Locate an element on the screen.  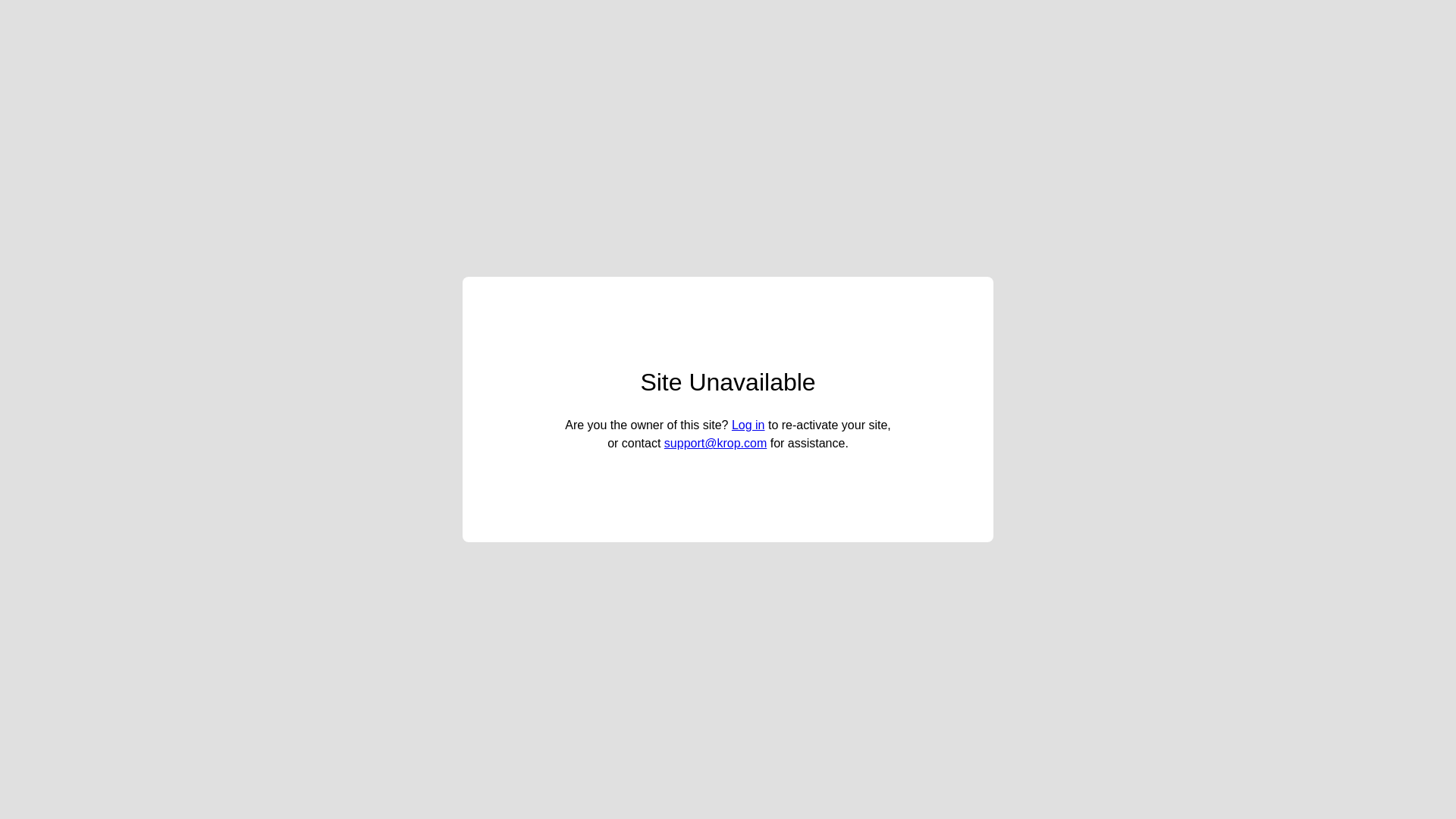
'Log in' is located at coordinates (748, 425).